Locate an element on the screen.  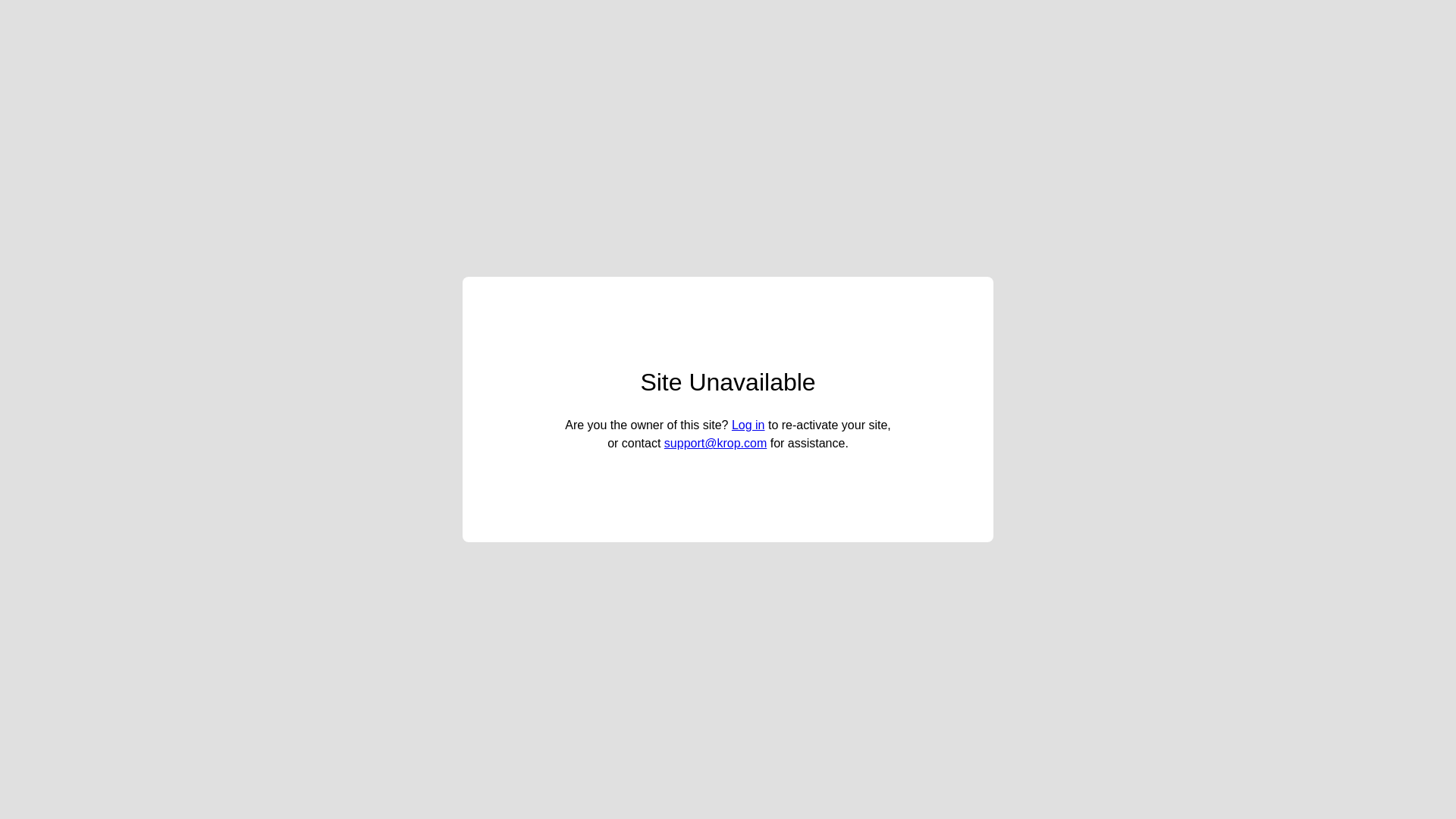
'Log in' is located at coordinates (748, 425).